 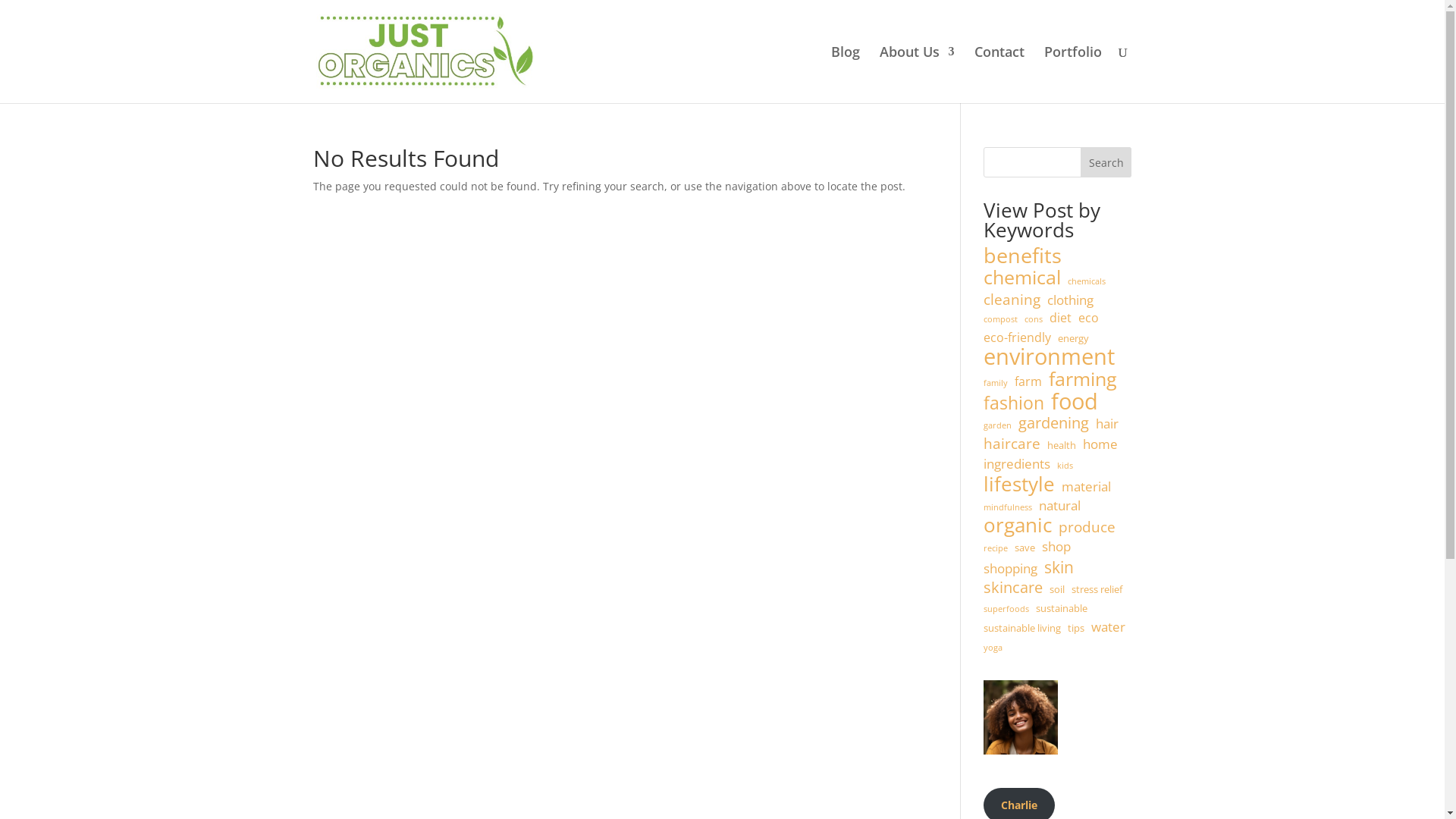 What do you see at coordinates (1025, 548) in the screenshot?
I see `'save'` at bounding box center [1025, 548].